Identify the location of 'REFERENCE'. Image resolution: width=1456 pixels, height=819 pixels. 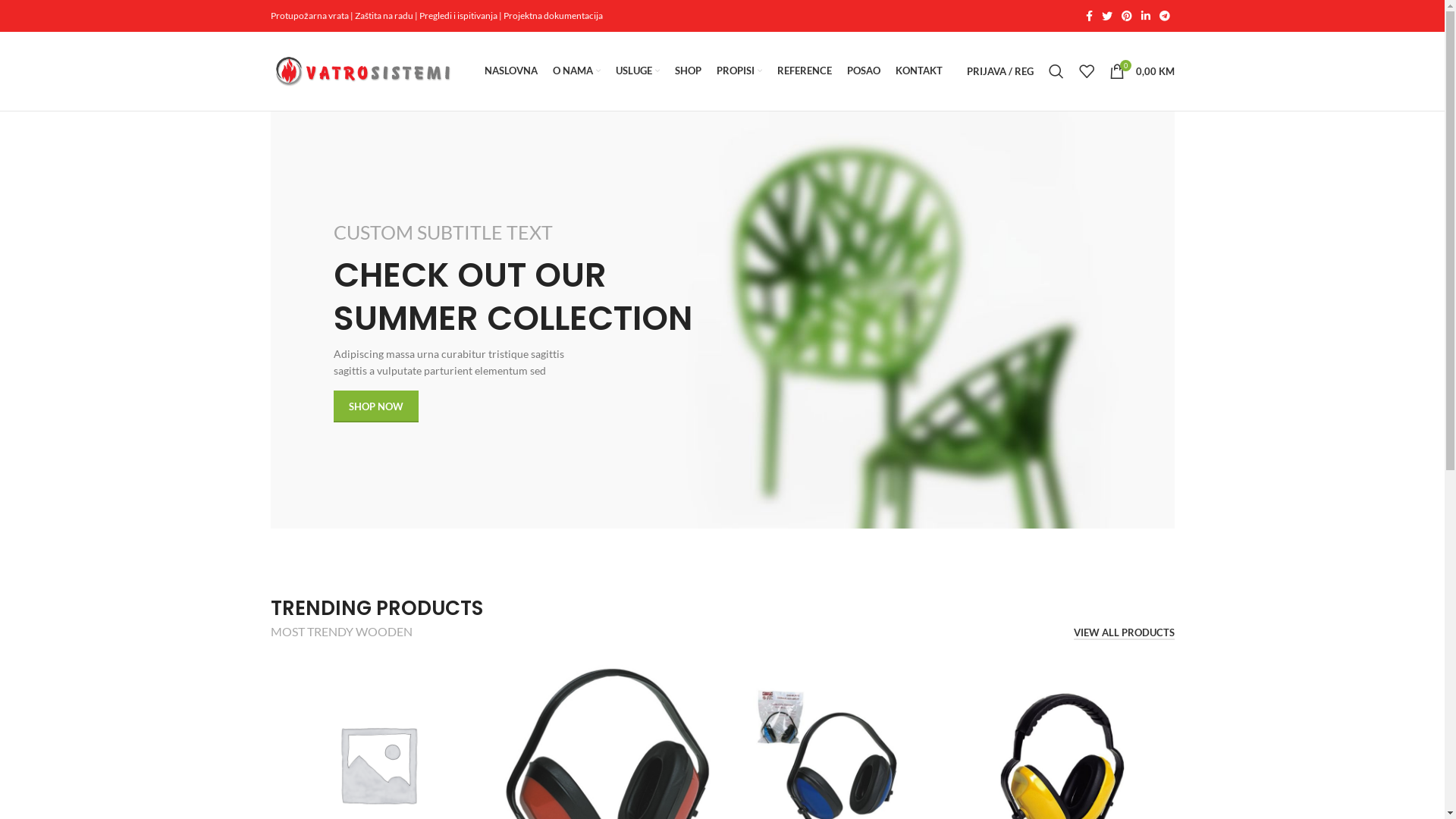
(803, 71).